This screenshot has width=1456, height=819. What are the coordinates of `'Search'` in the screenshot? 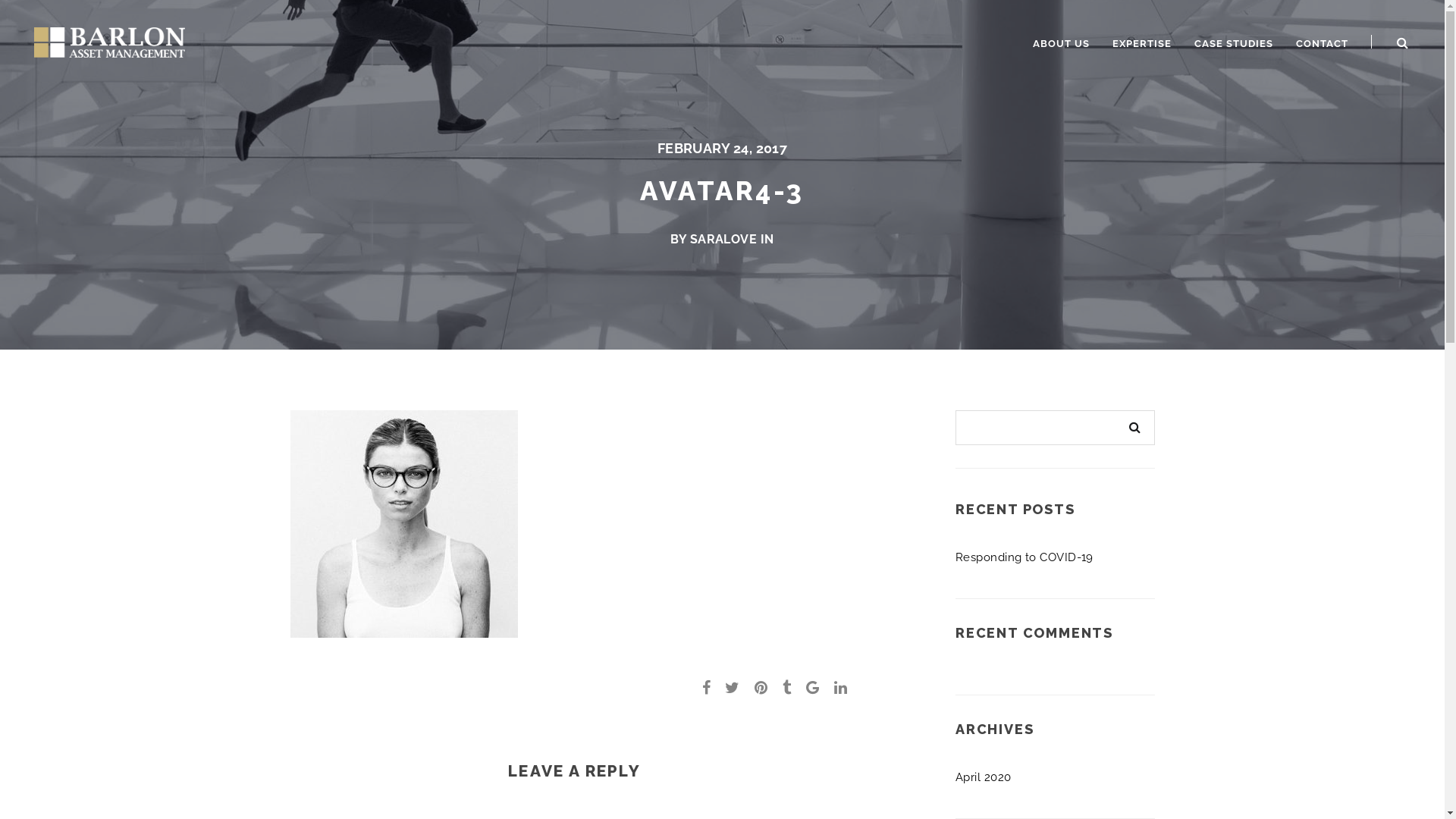 It's located at (1116, 427).